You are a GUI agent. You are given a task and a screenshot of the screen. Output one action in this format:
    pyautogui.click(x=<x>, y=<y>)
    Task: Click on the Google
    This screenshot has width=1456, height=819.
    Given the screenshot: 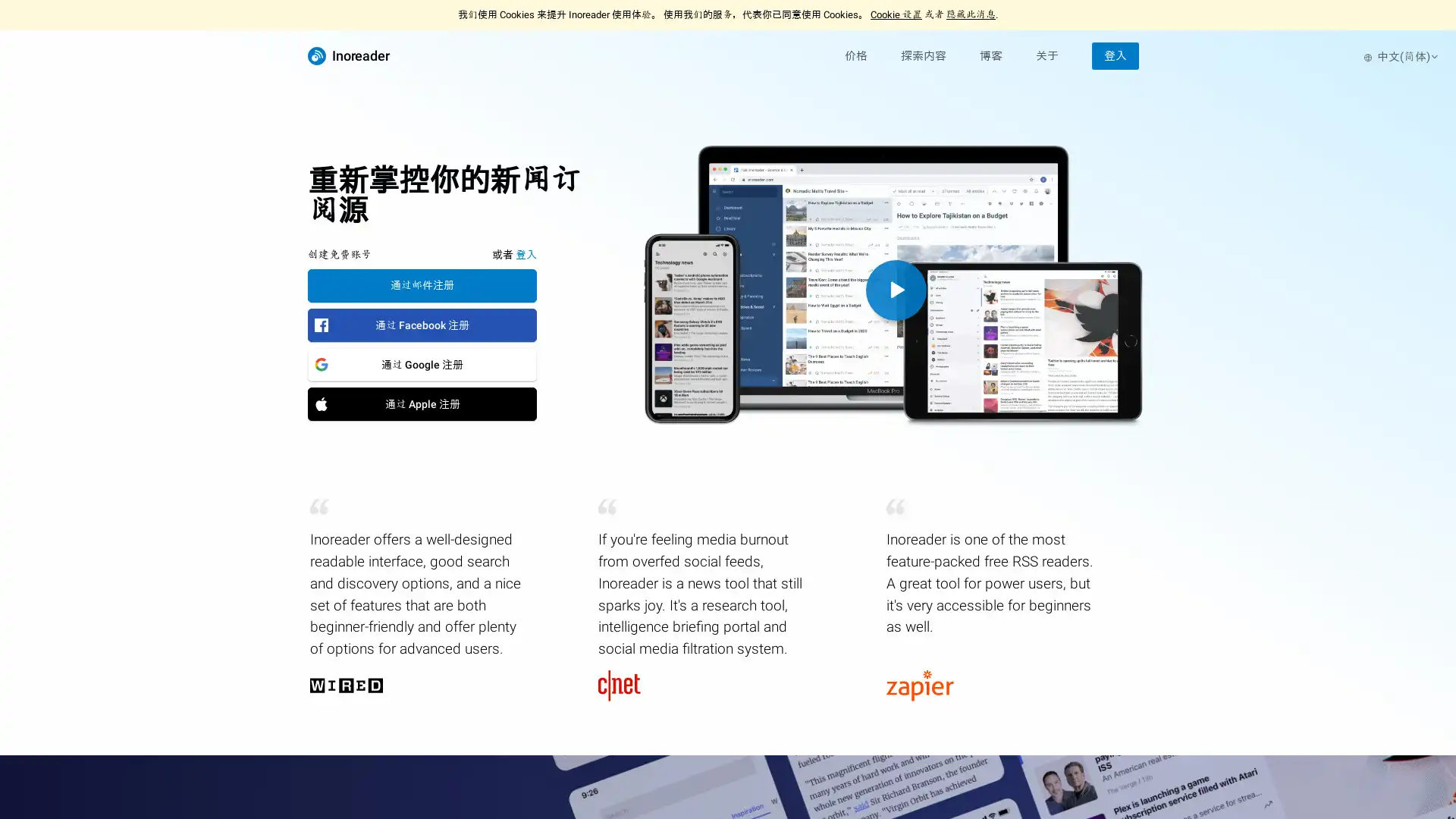 What is the action you would take?
    pyautogui.click(x=422, y=363)
    